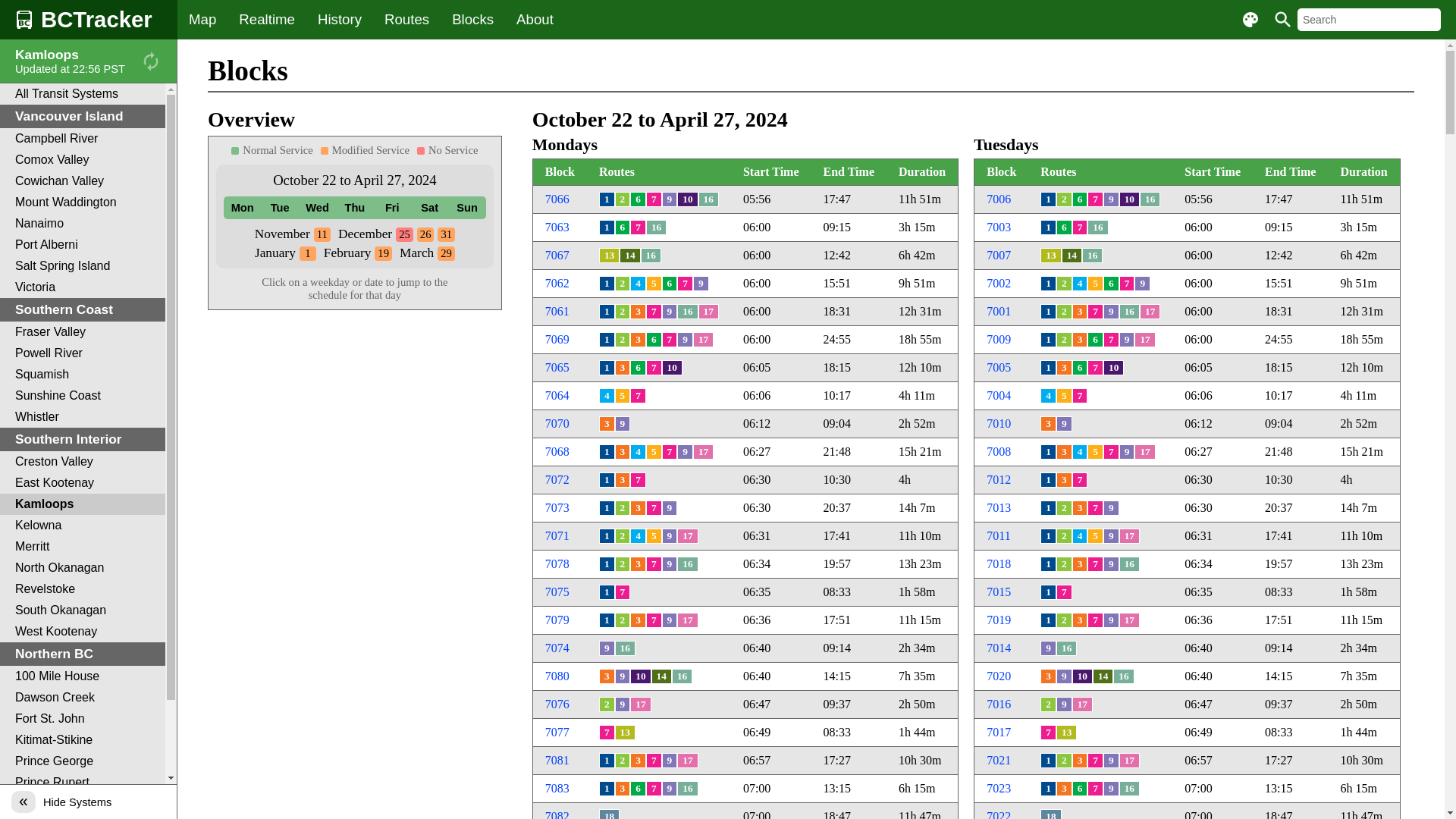 The height and width of the screenshot is (819, 1456). I want to click on '7066', so click(556, 198).